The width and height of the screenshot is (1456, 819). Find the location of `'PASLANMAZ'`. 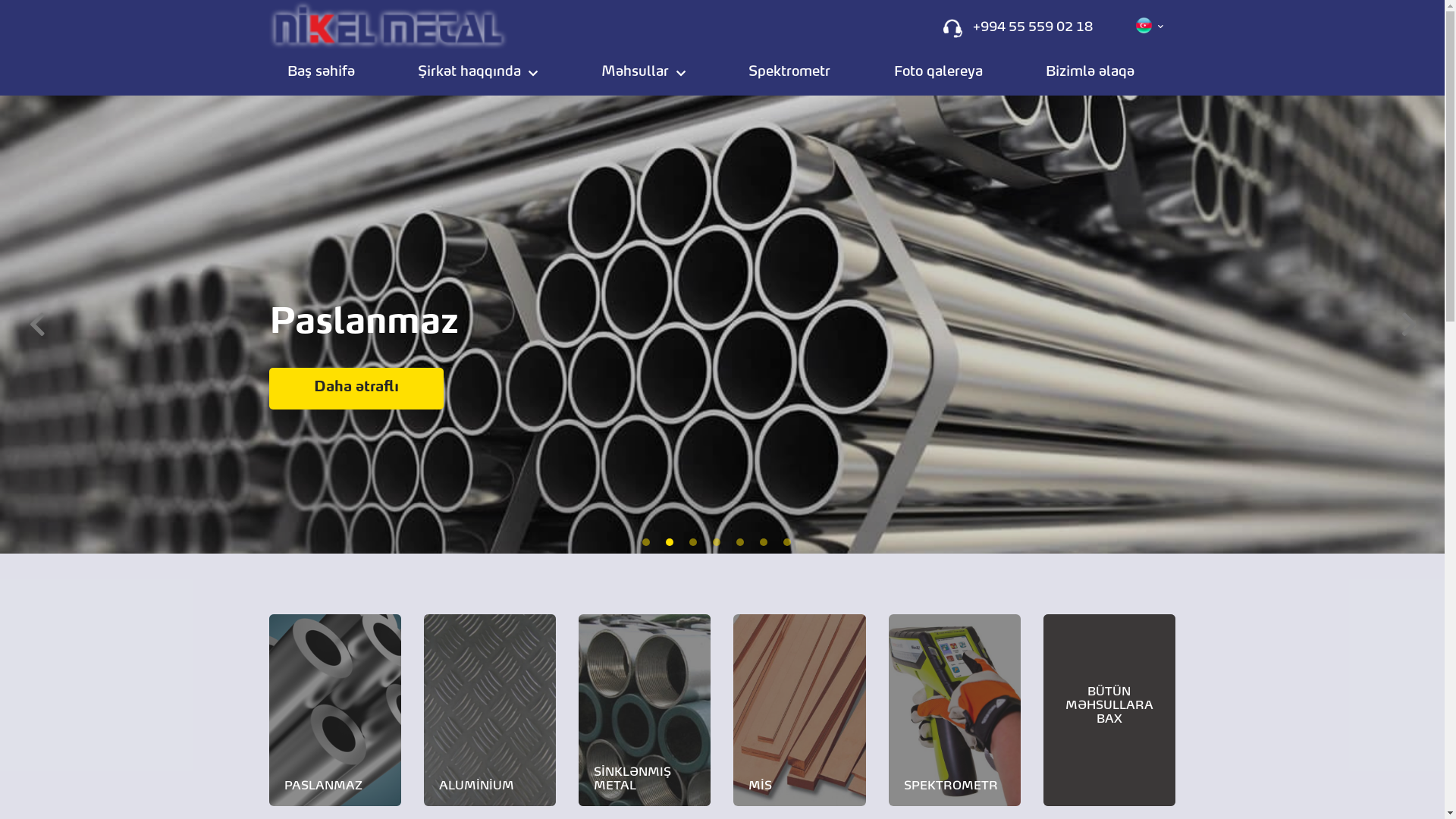

'PASLANMAZ' is located at coordinates (334, 710).